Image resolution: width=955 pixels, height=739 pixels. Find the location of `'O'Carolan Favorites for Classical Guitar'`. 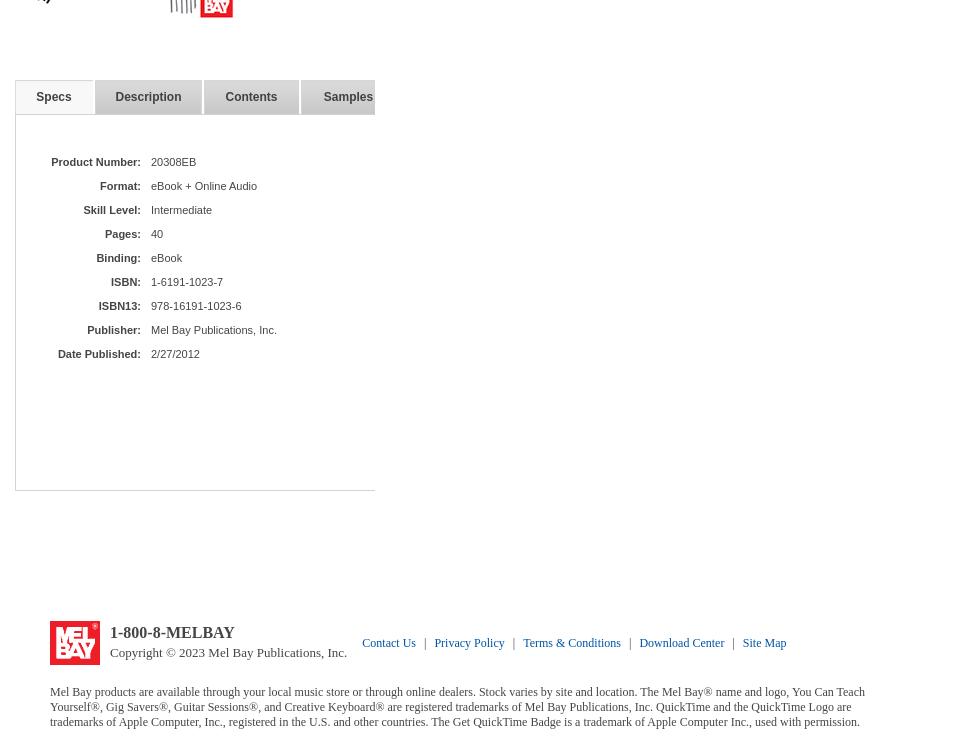

'O'Carolan Favorites for Classical Guitar' is located at coordinates (867, 458).